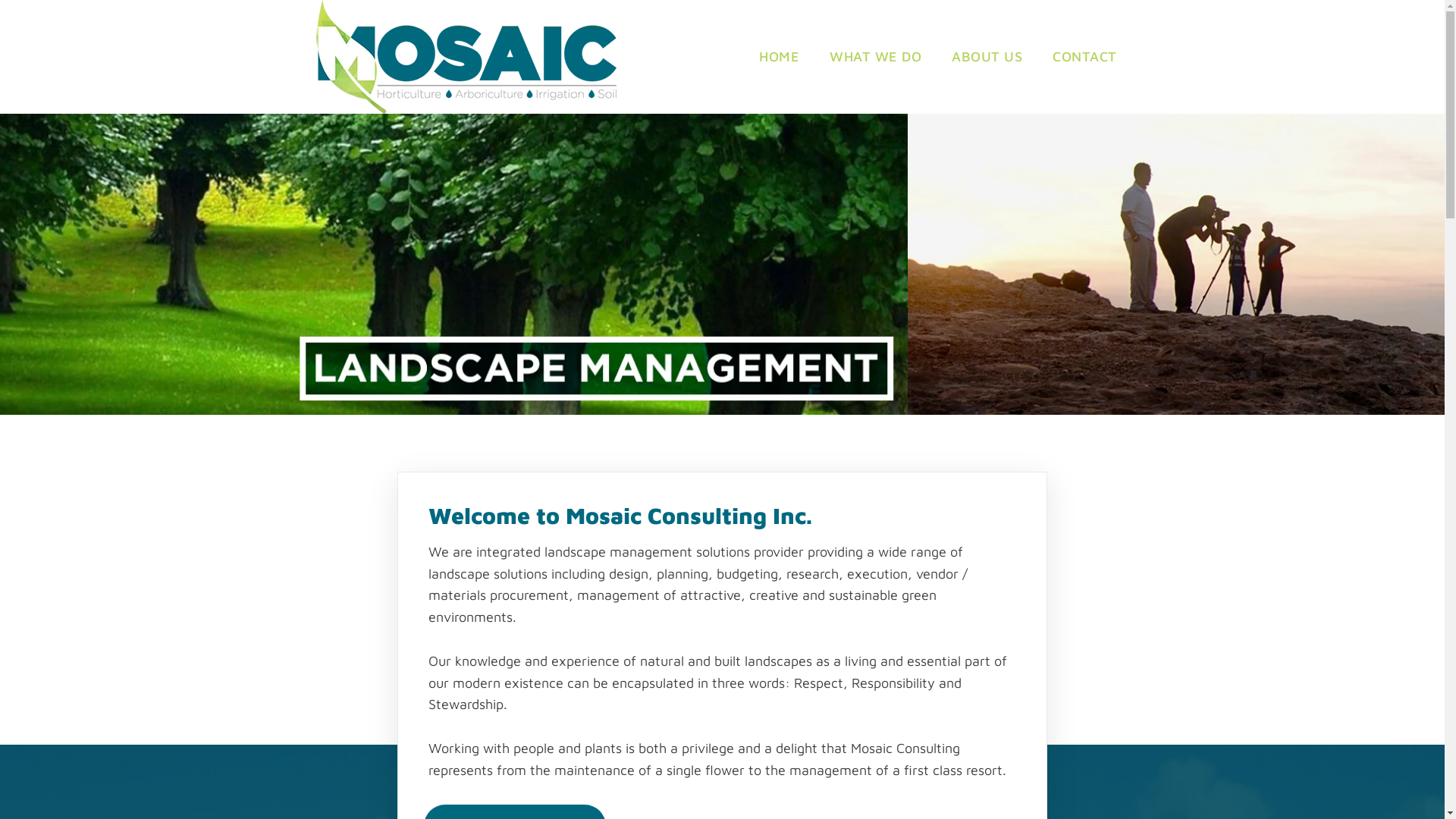 Image resolution: width=1456 pixels, height=819 pixels. Describe the element at coordinates (779, 55) in the screenshot. I see `'HOME'` at that location.